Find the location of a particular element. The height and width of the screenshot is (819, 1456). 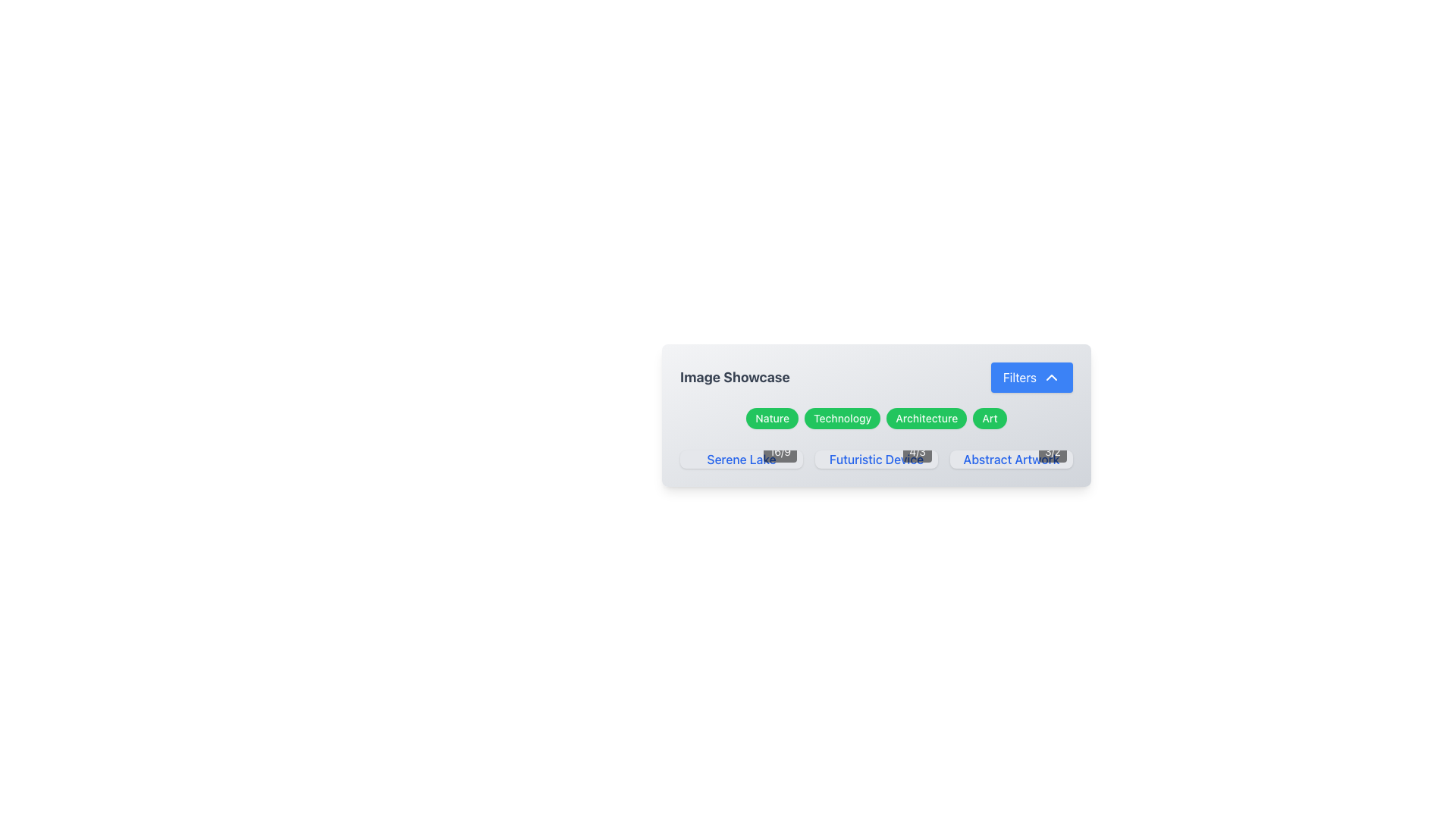

the card containing the text label 'Abstract Artwork' and the ratio '3/2', which is the third element in a row of three similar items is located at coordinates (1012, 458).